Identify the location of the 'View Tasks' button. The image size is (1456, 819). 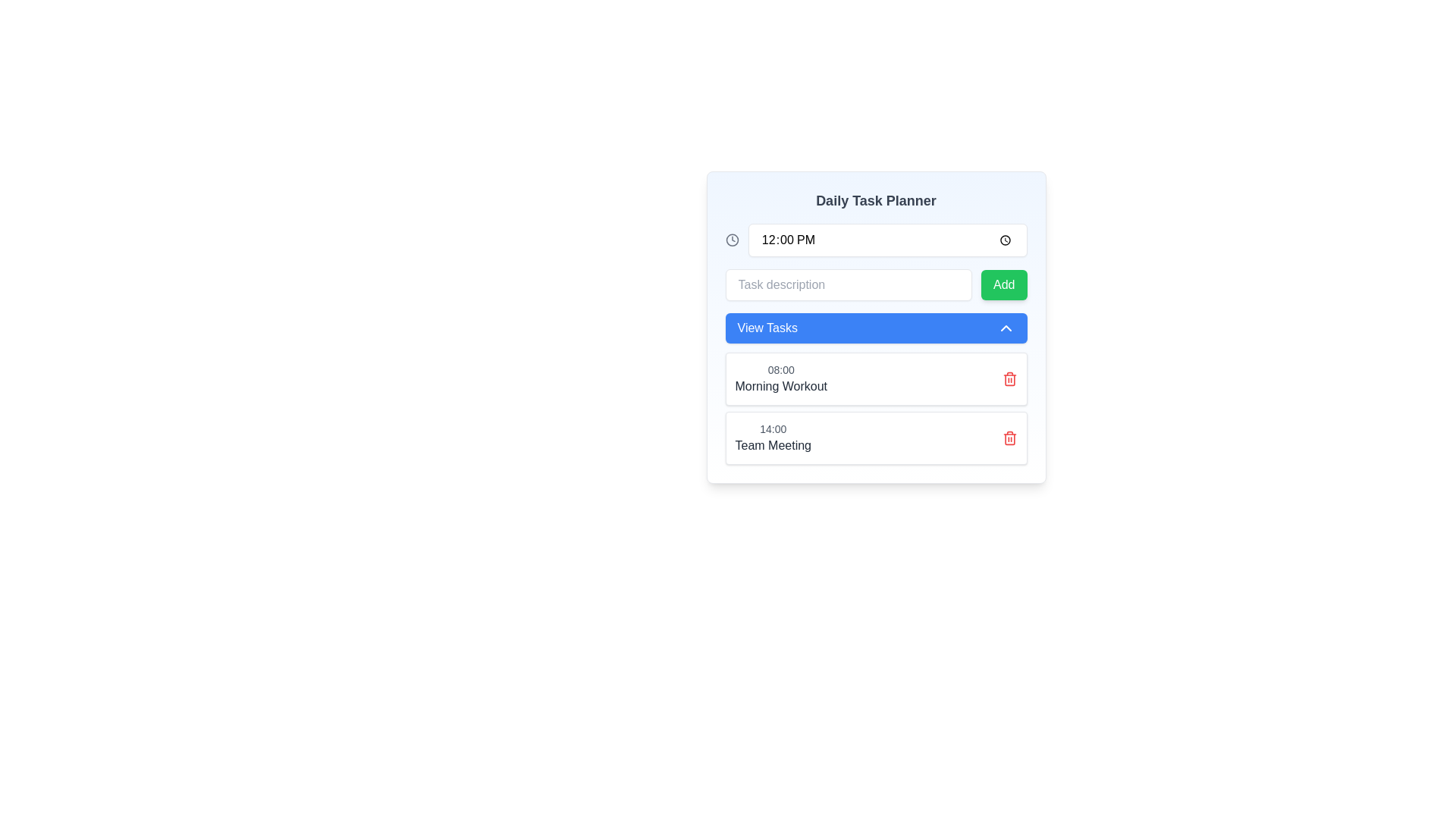
(876, 327).